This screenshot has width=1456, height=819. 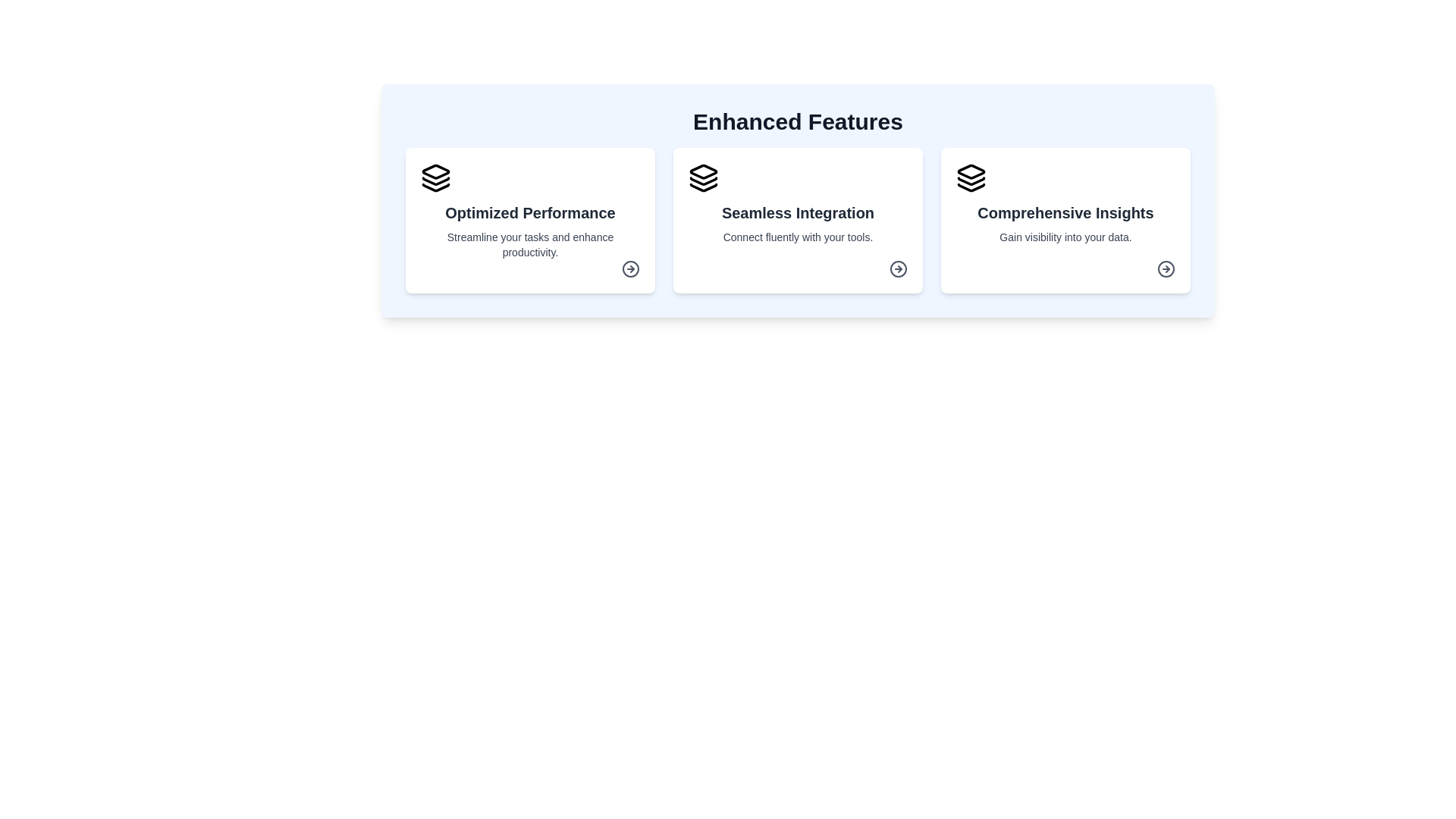 What do you see at coordinates (435, 171) in the screenshot?
I see `the stylized layer icon in the 'Optimized Performance' card, which is a light-themed SVG graphic consisting of overlapping angular shapes` at bounding box center [435, 171].